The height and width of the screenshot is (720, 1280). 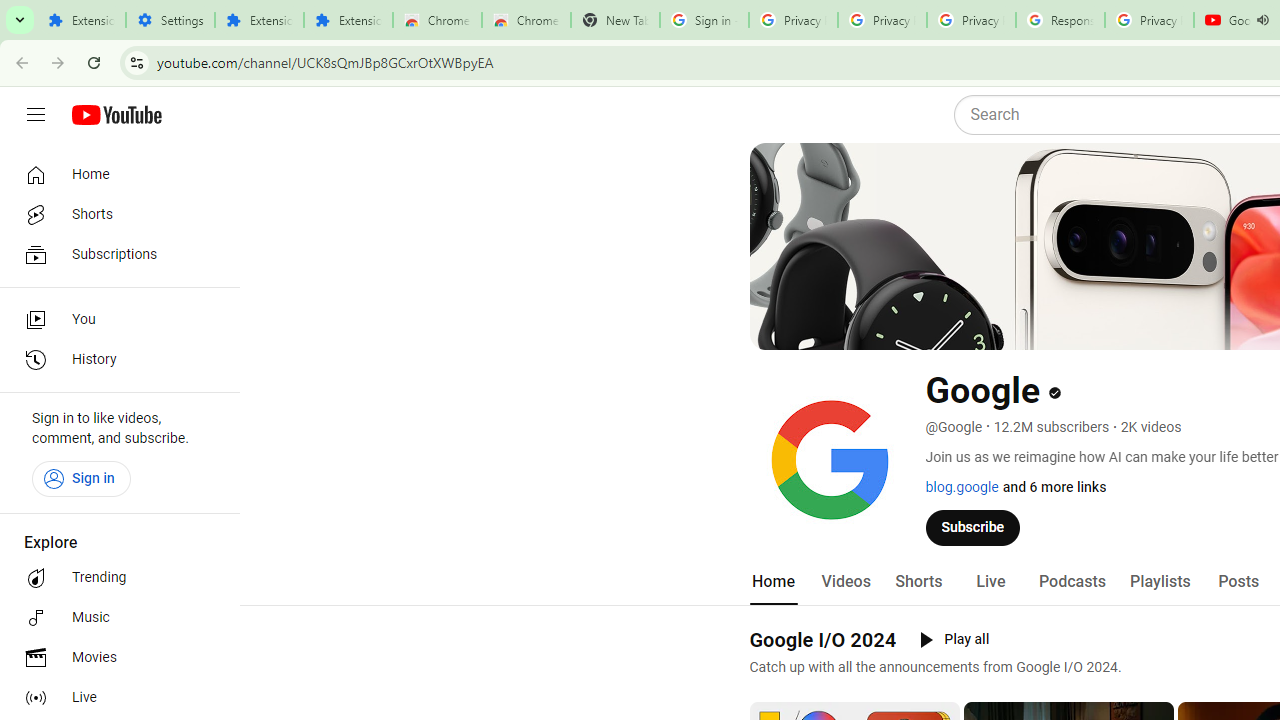 What do you see at coordinates (953, 640) in the screenshot?
I see `'Play all'` at bounding box center [953, 640].